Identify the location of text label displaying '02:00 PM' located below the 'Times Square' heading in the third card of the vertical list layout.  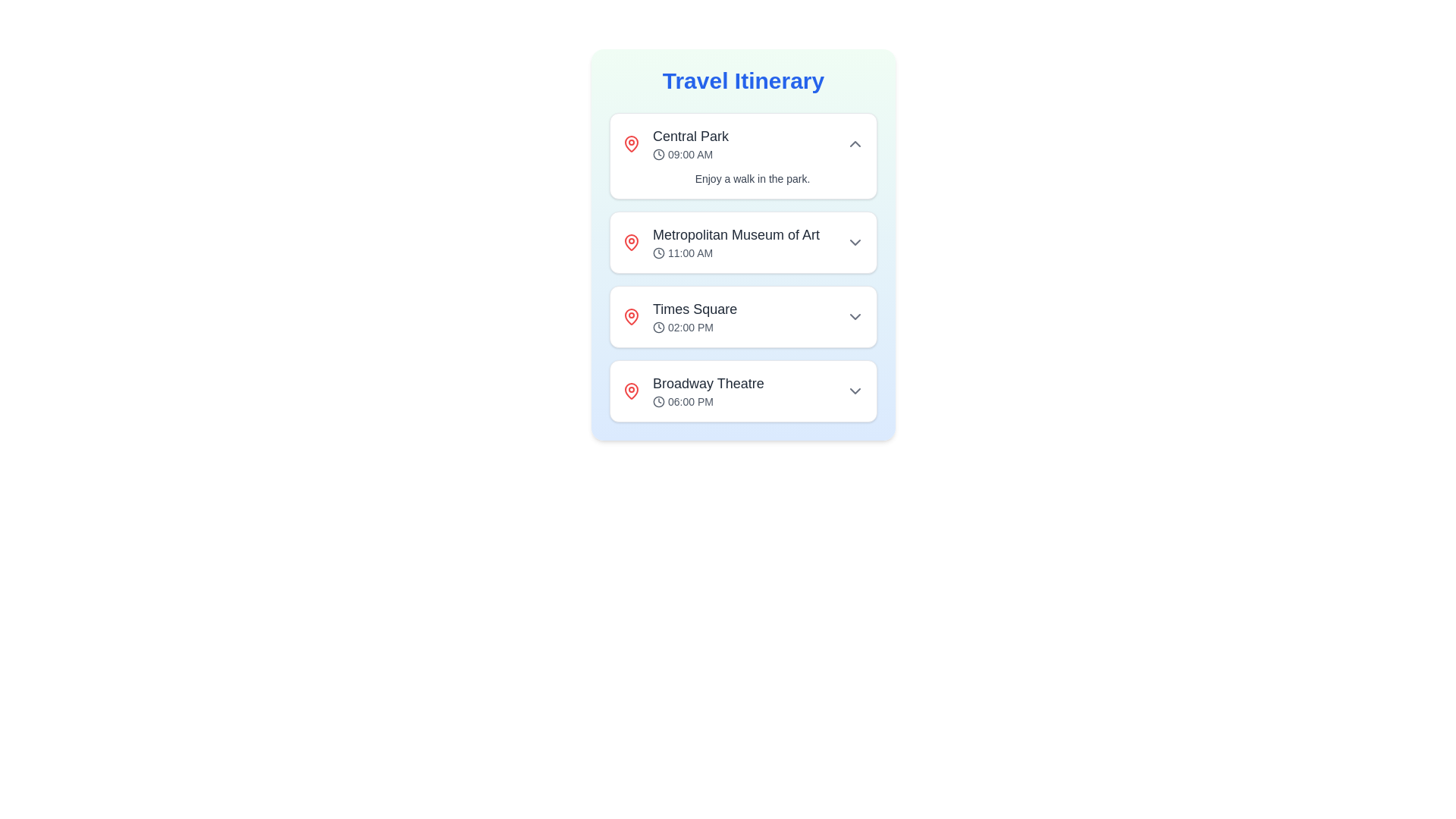
(694, 327).